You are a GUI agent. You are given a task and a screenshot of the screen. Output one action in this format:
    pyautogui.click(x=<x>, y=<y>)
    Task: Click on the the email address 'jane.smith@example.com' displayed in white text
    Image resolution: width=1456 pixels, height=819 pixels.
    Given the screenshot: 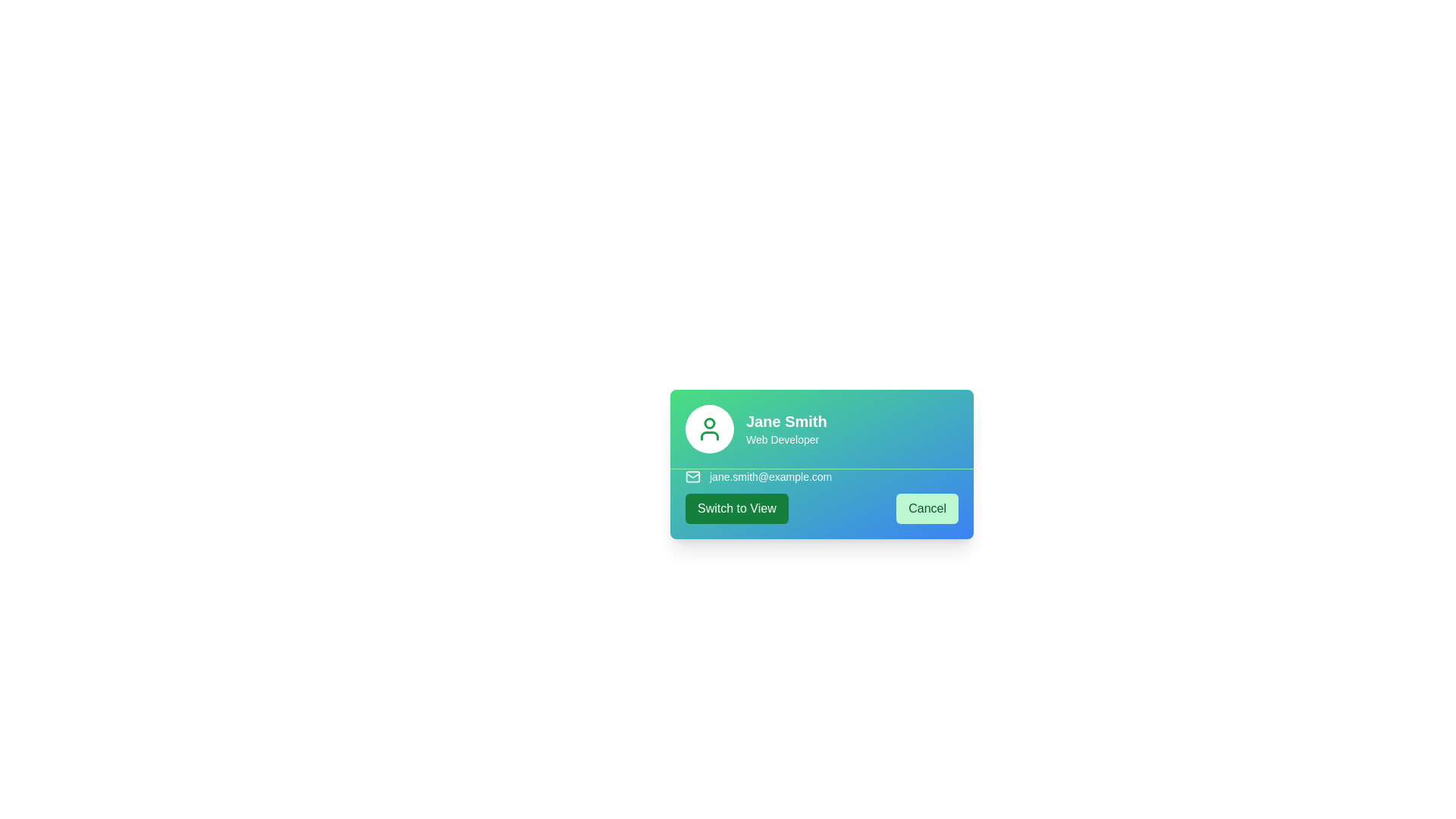 What is the action you would take?
    pyautogui.click(x=770, y=475)
    